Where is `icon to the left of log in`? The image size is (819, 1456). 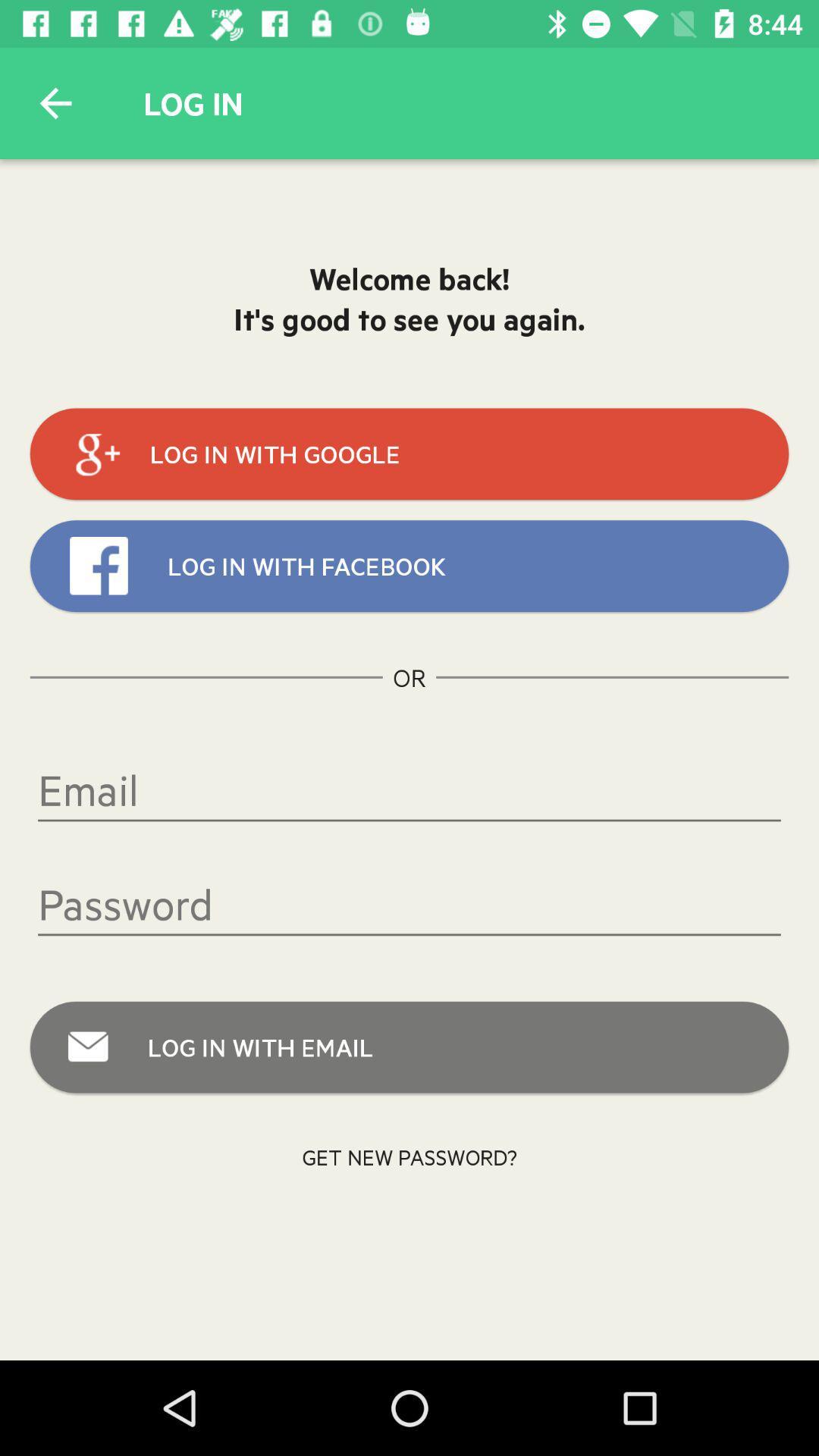 icon to the left of log in is located at coordinates (55, 102).